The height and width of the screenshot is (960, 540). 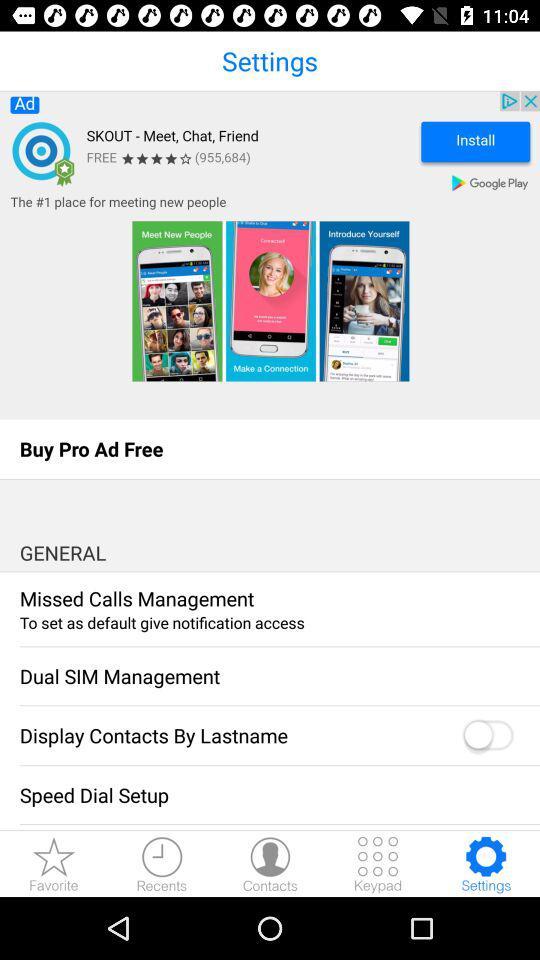 What do you see at coordinates (486, 735) in the screenshot?
I see `display contacts by lastname` at bounding box center [486, 735].